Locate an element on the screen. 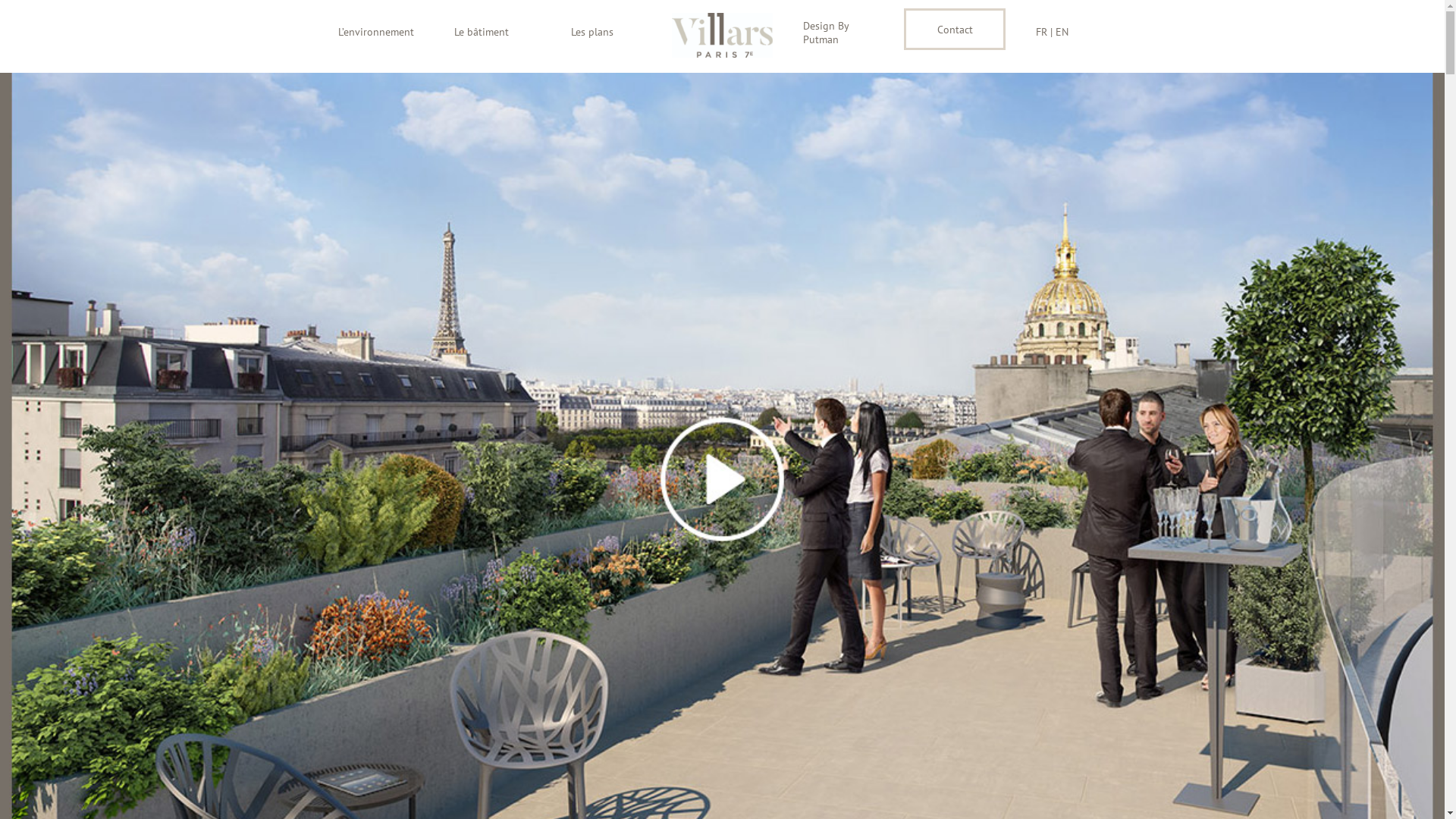  'Les plans' is located at coordinates (605, 32).